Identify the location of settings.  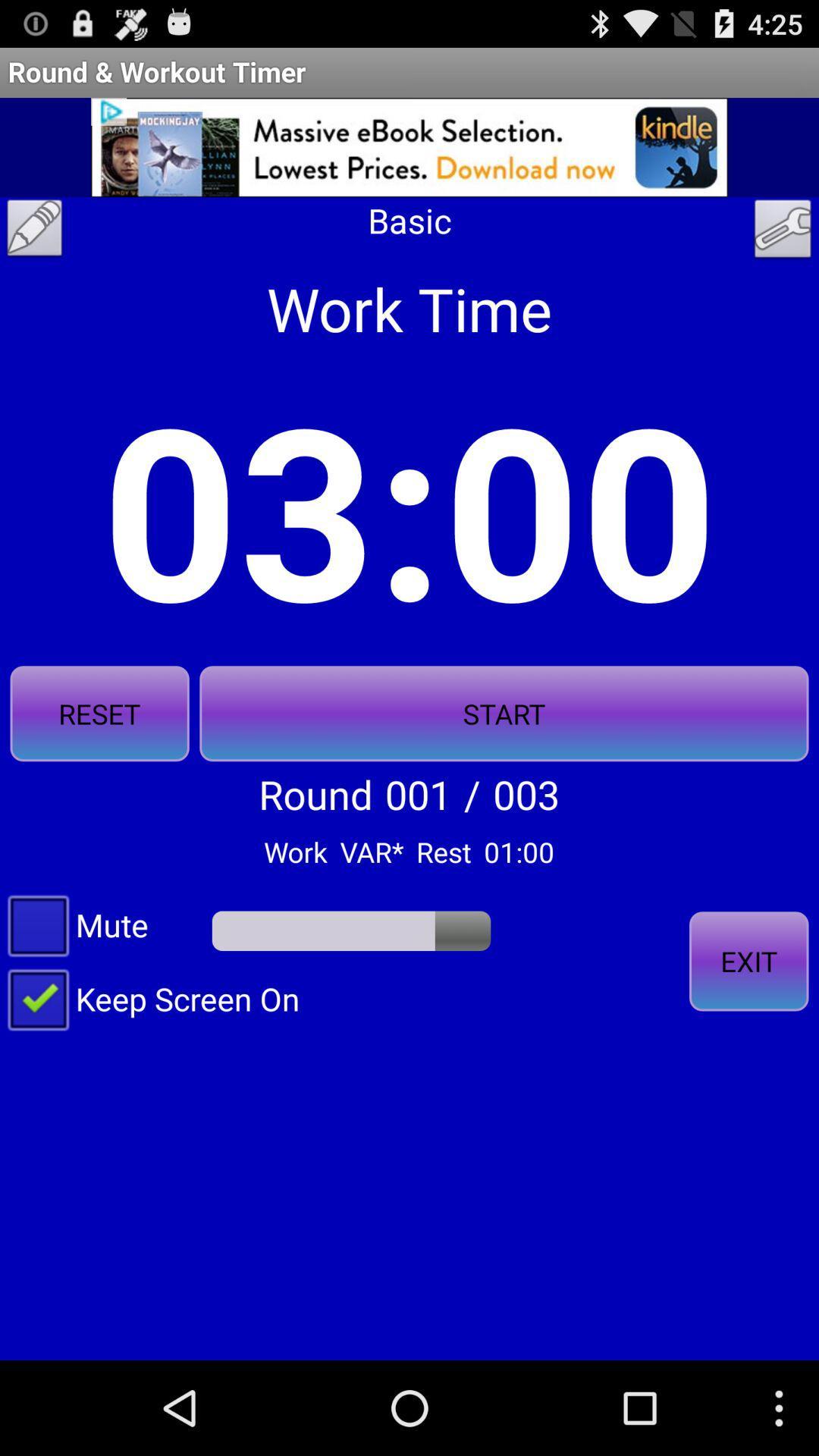
(783, 232).